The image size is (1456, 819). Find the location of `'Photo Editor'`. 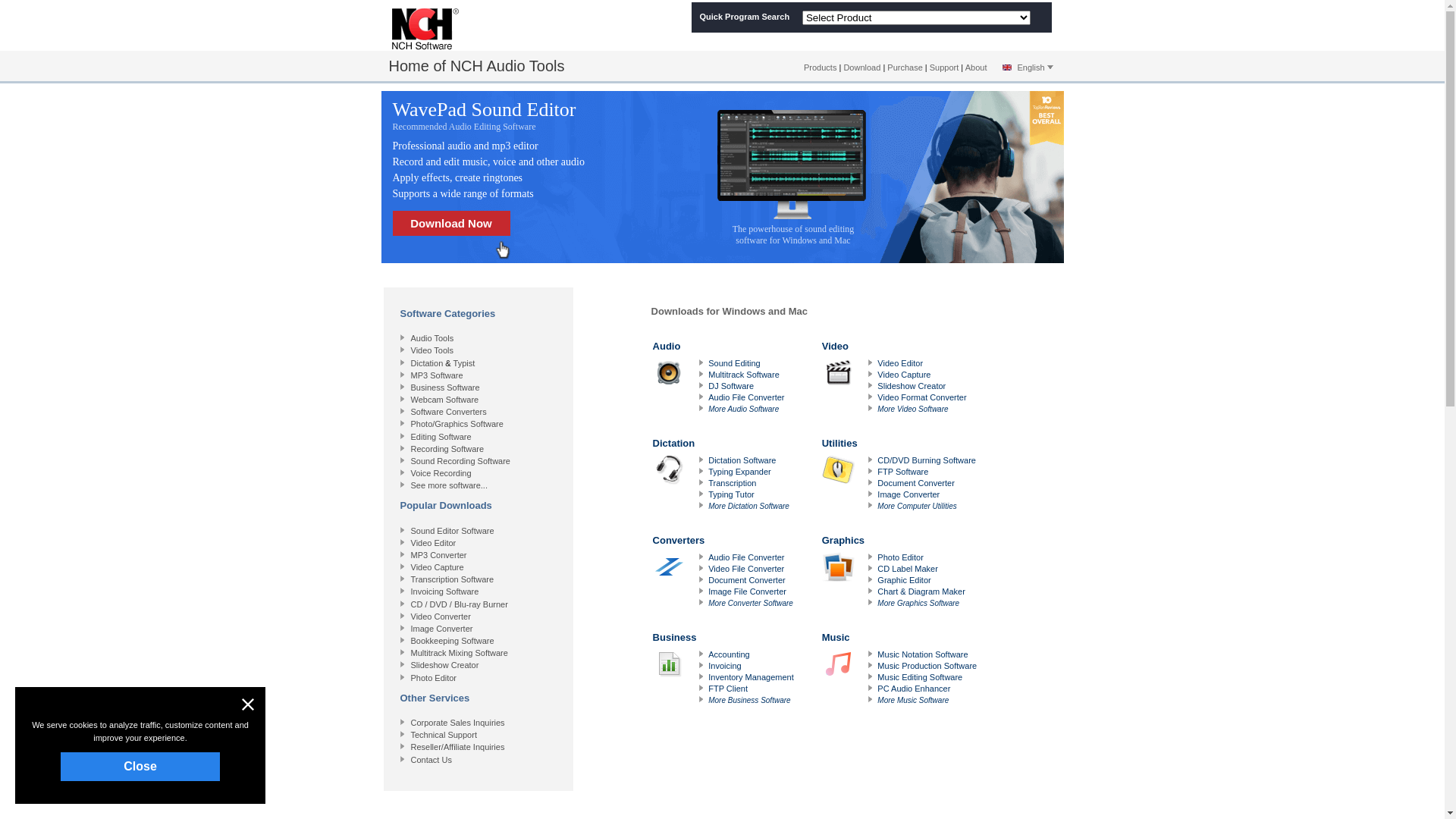

'Photo Editor' is located at coordinates (433, 677).